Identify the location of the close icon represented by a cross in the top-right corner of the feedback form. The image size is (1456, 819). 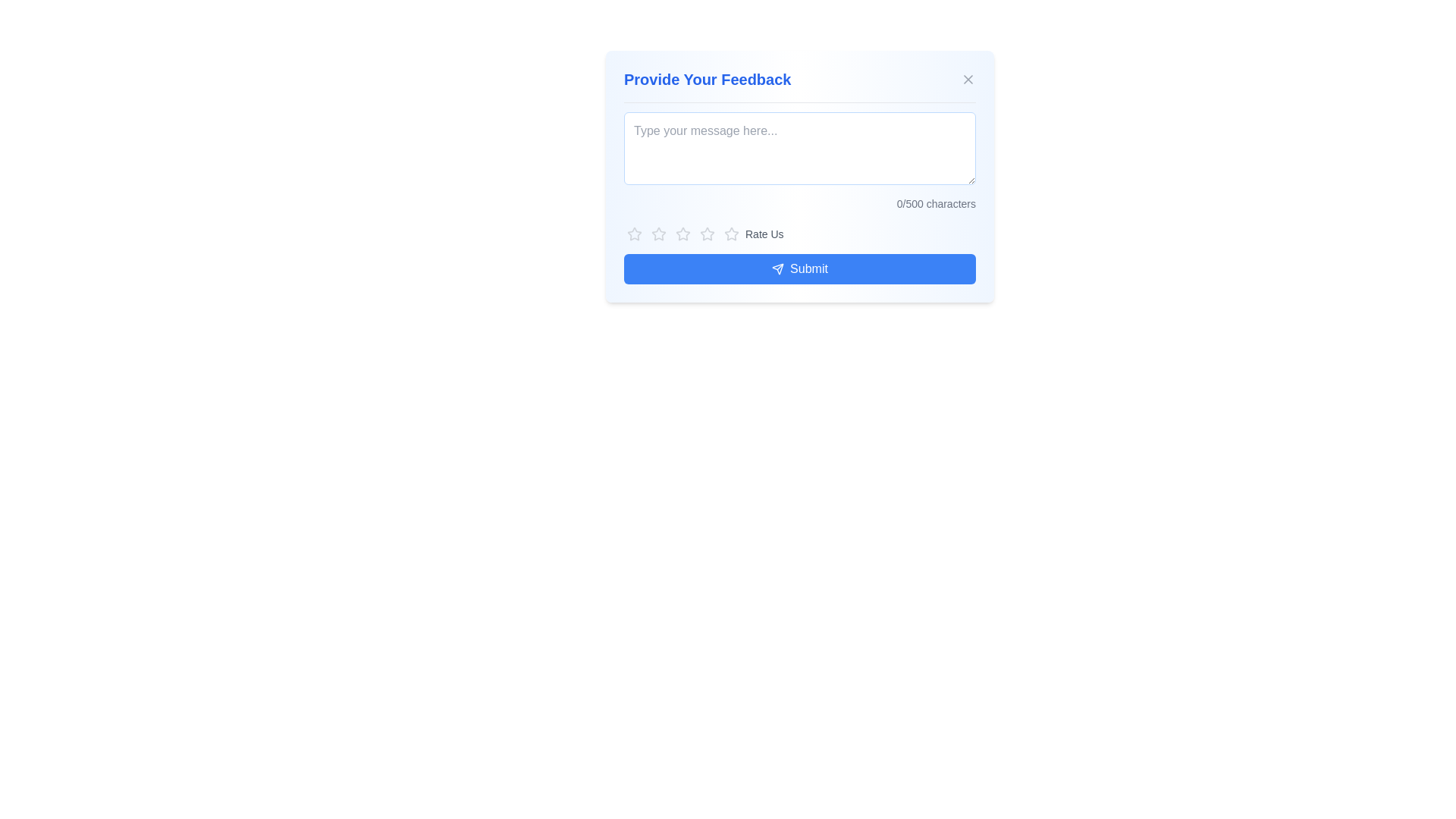
(967, 79).